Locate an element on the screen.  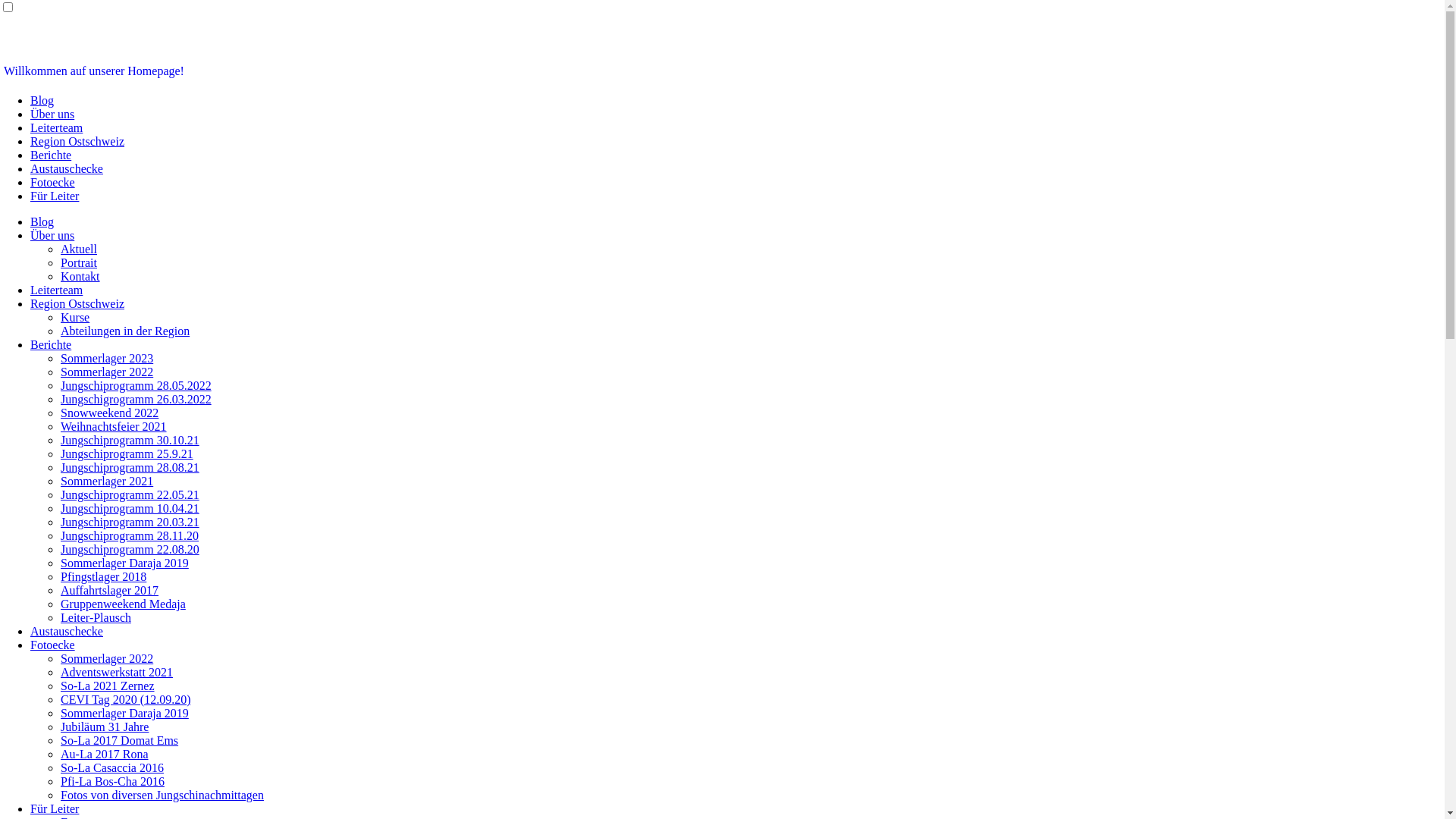
'Jungschiprogramm 22.05.21' is located at coordinates (61, 494).